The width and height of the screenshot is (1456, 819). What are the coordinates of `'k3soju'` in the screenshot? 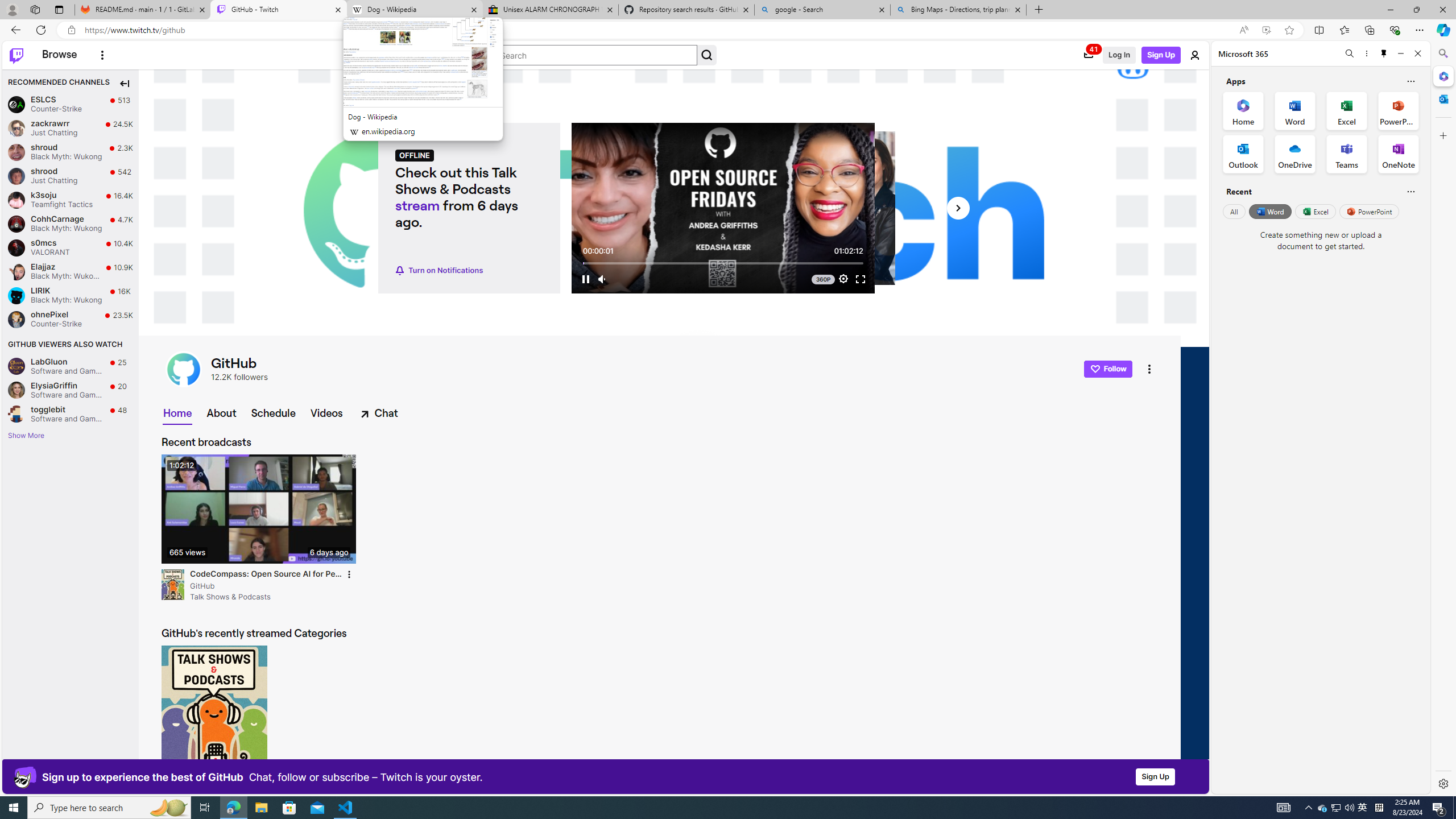 It's located at (16, 200).